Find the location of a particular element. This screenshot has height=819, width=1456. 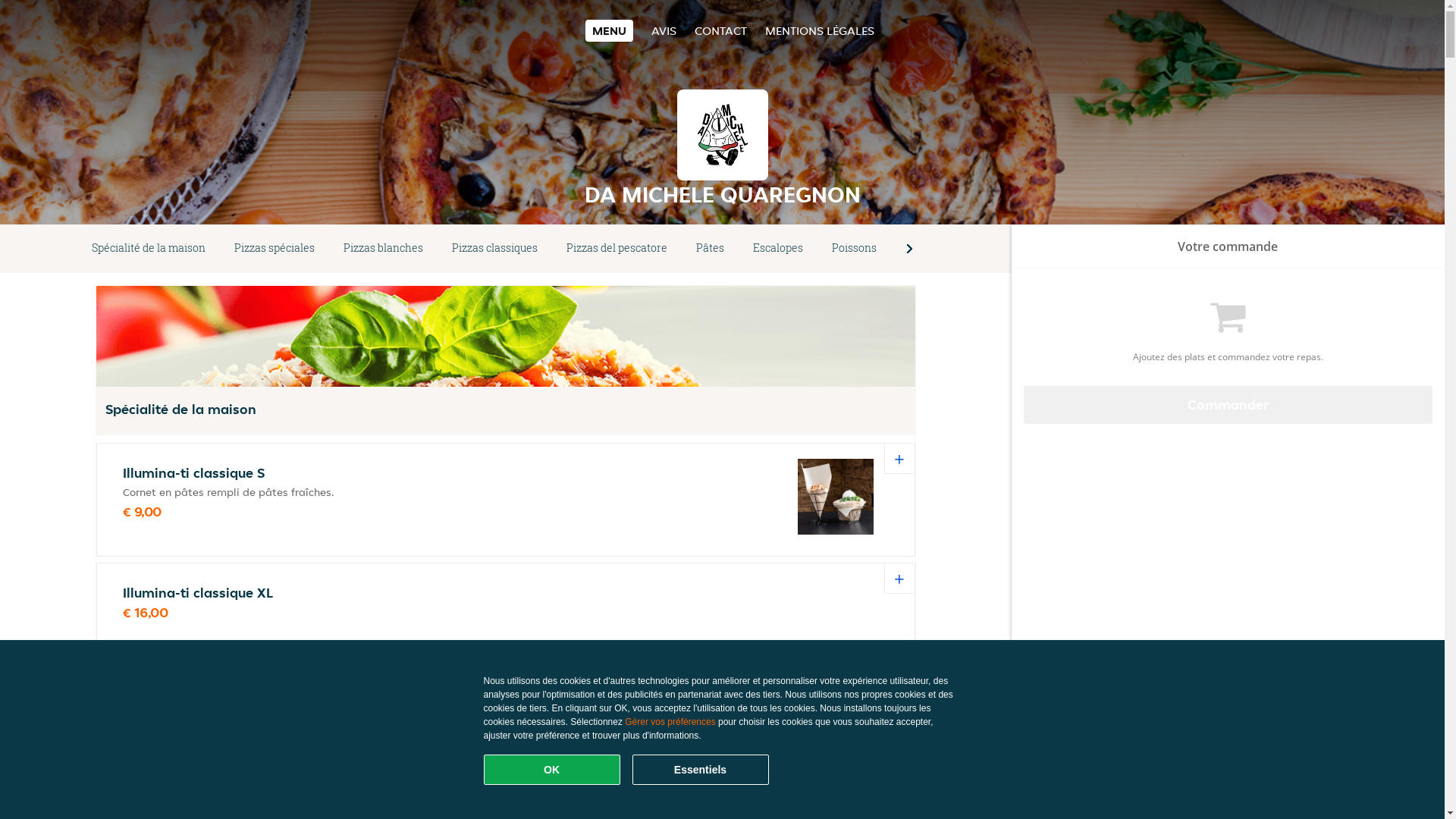

'Pizzas blanches' is located at coordinates (383, 247).